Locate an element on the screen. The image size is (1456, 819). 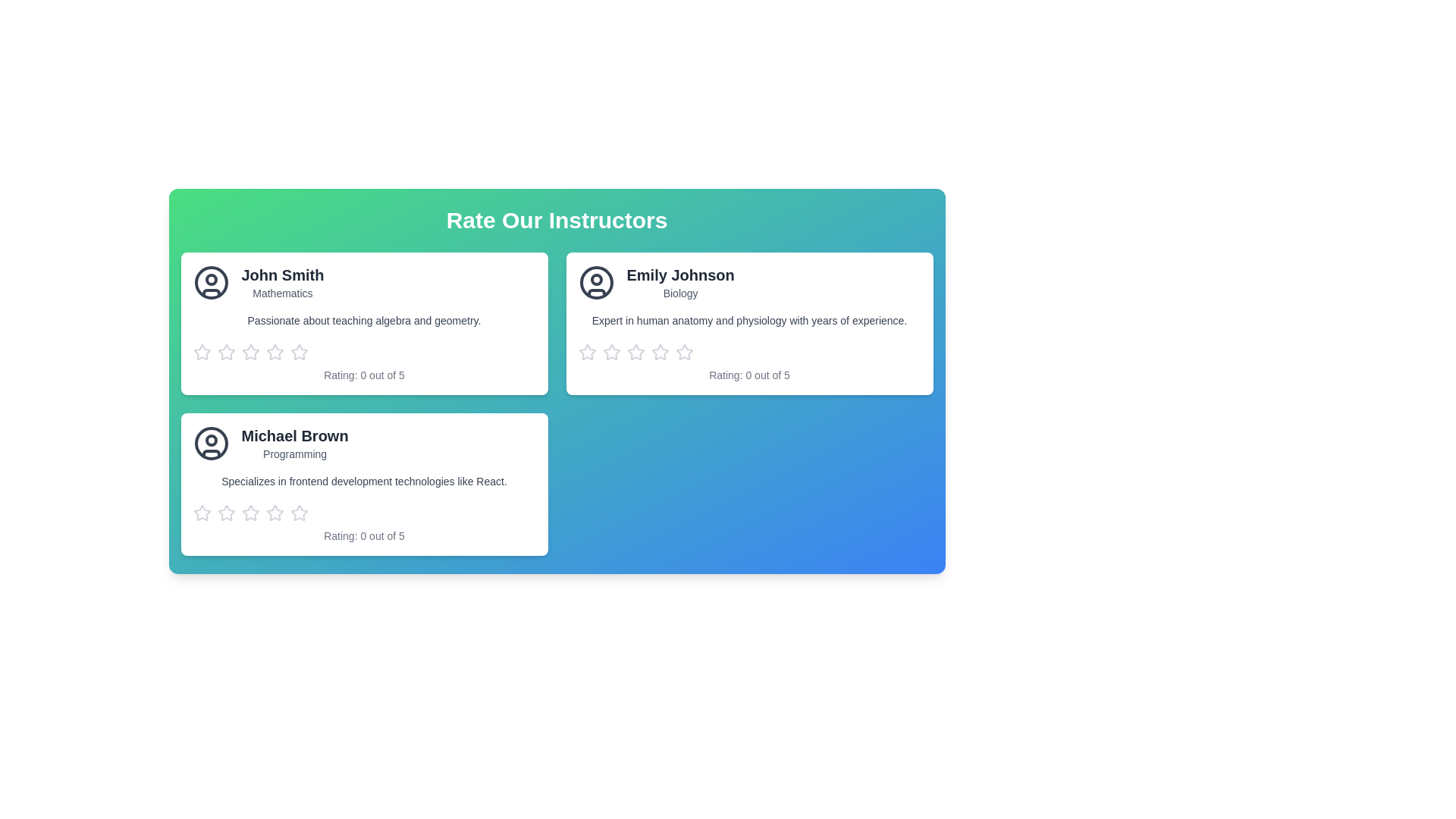
the text label displaying 'Mathematics' located below 'John Smith' within the first card of the instructor list is located at coordinates (282, 293).